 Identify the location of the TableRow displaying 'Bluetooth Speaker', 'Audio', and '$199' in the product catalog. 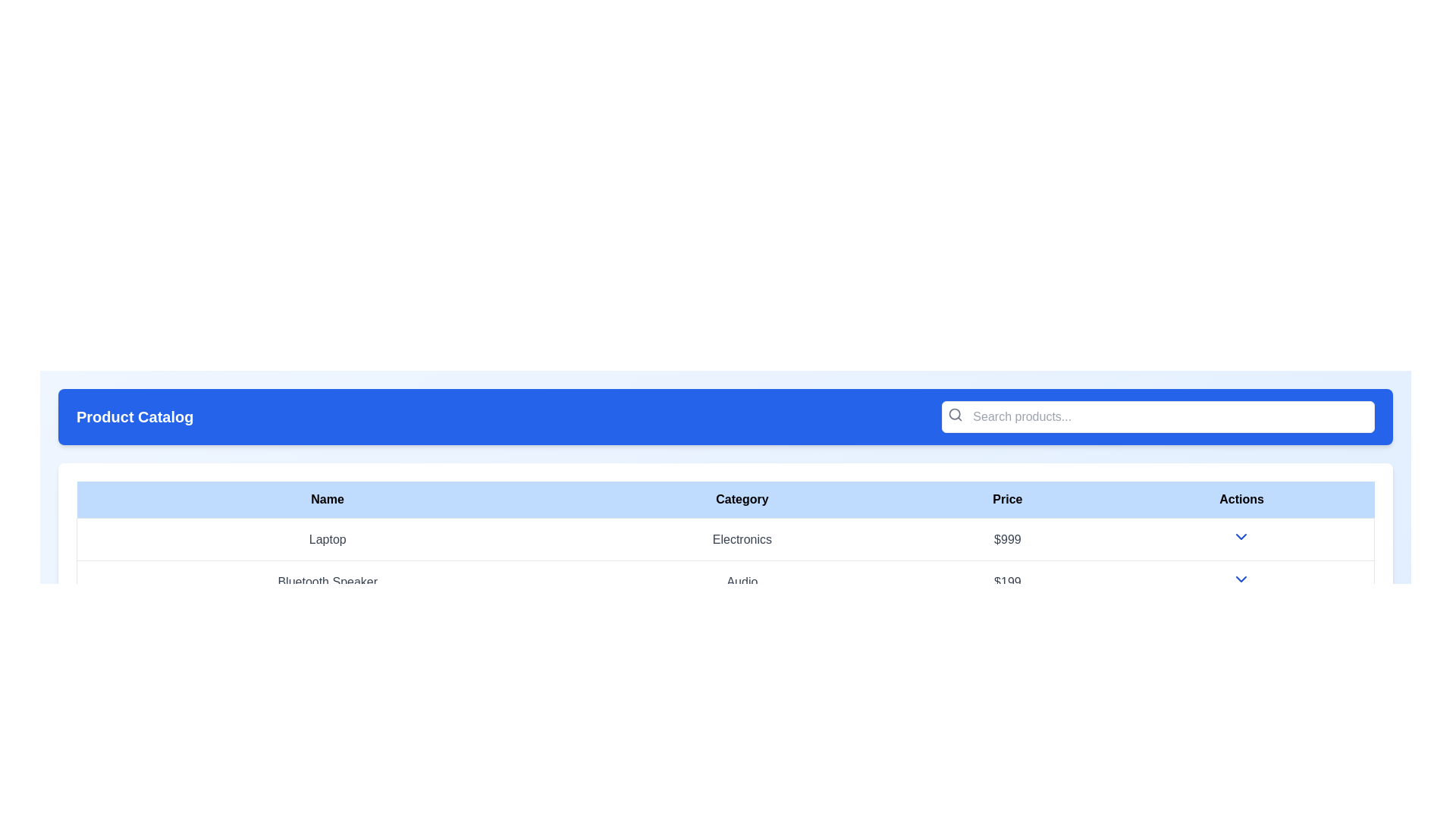
(724, 581).